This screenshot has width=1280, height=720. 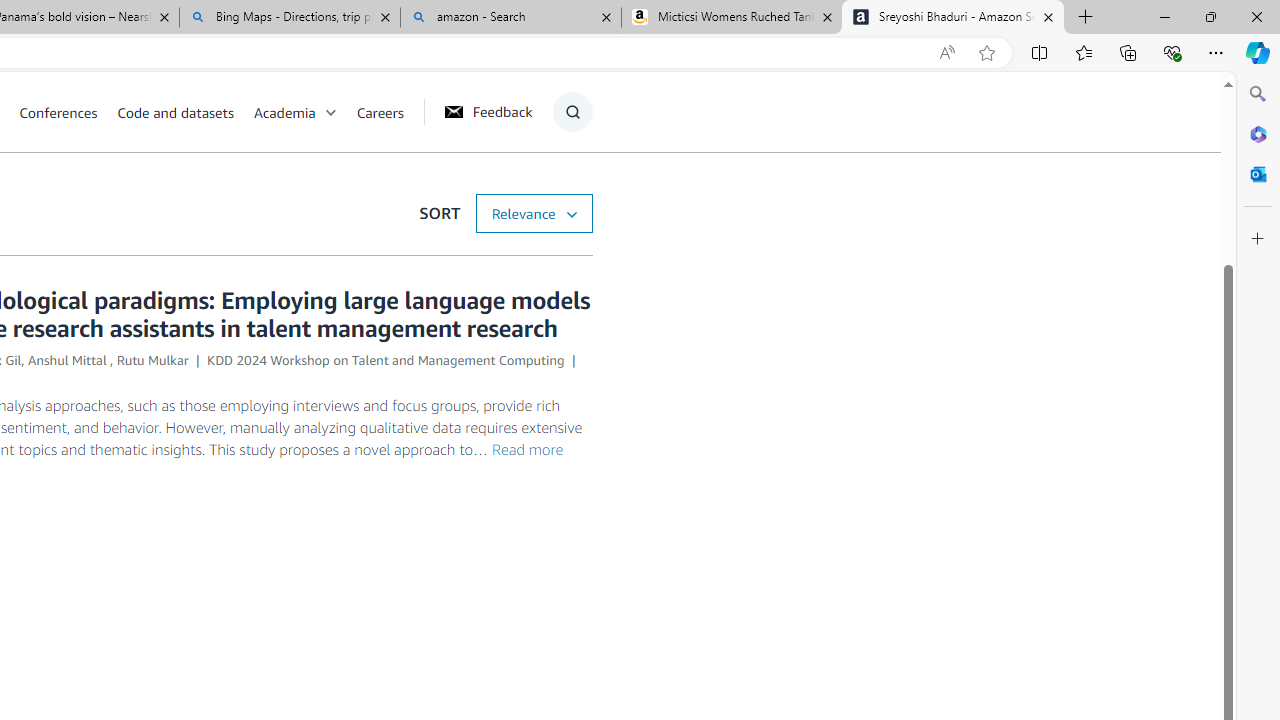 I want to click on 'Careers', so click(x=380, y=111).